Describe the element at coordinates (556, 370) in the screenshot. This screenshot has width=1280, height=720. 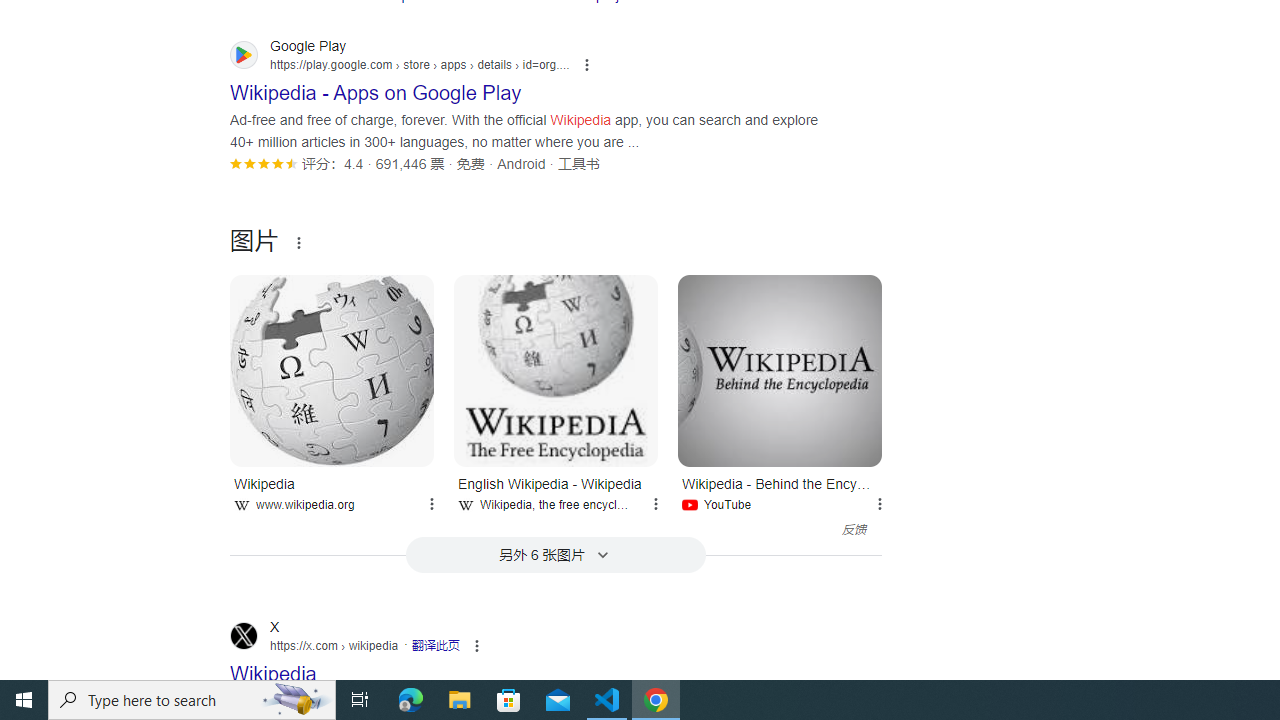
I see `'English Wikipedia - Wikipedia'` at that location.